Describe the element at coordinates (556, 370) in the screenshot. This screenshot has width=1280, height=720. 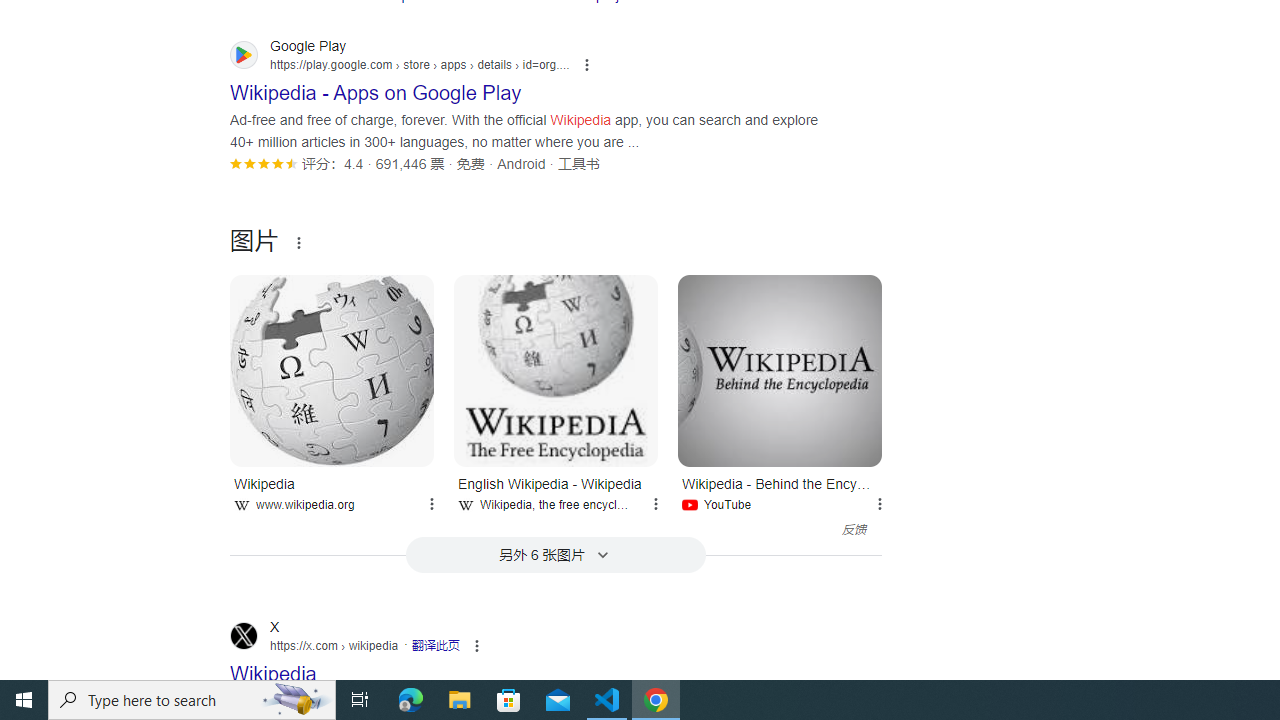
I see `'English Wikipedia - Wikipedia'` at that location.